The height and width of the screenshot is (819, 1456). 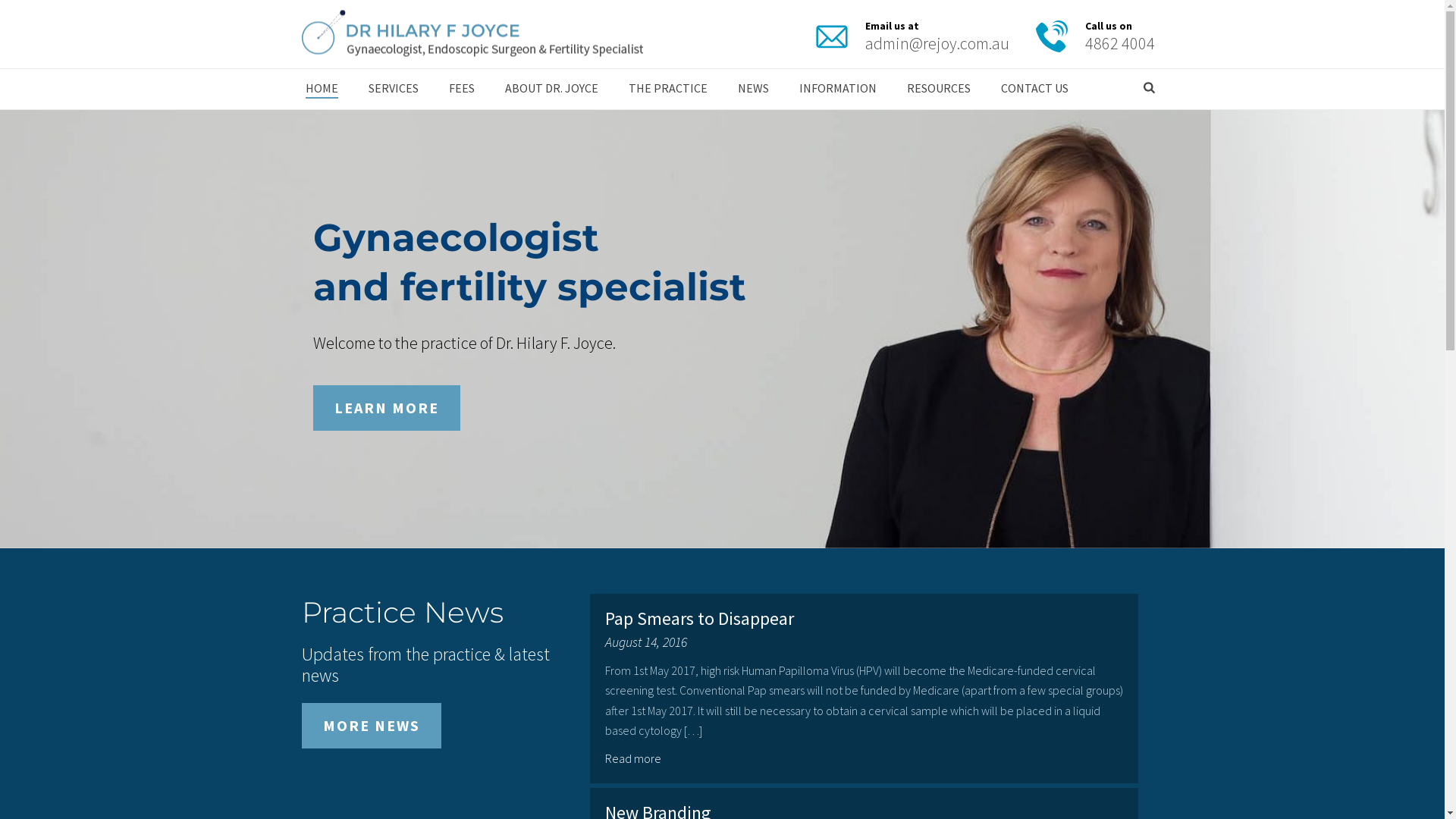 I want to click on 'HOME', so click(x=290, y=89).